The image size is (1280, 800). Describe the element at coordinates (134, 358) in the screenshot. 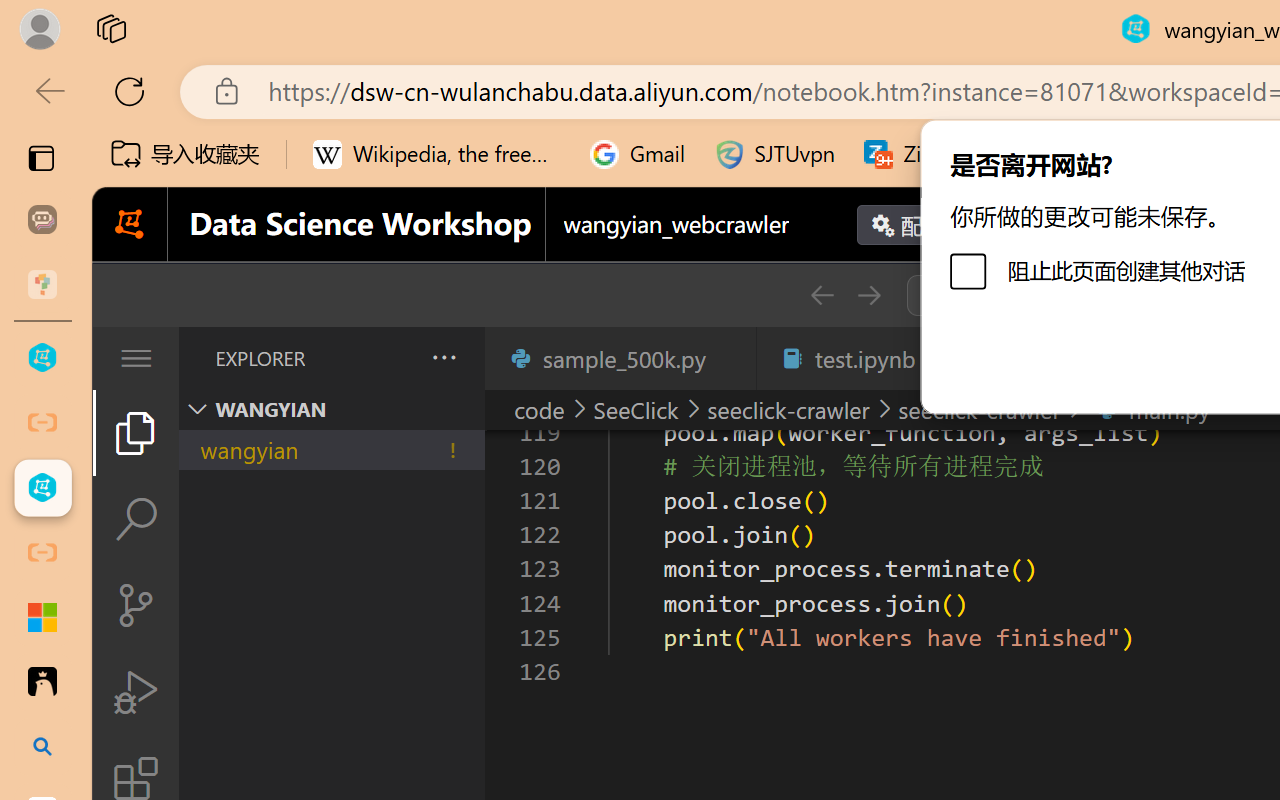

I see `'Class: menubar compact overflow-menu-only'` at that location.